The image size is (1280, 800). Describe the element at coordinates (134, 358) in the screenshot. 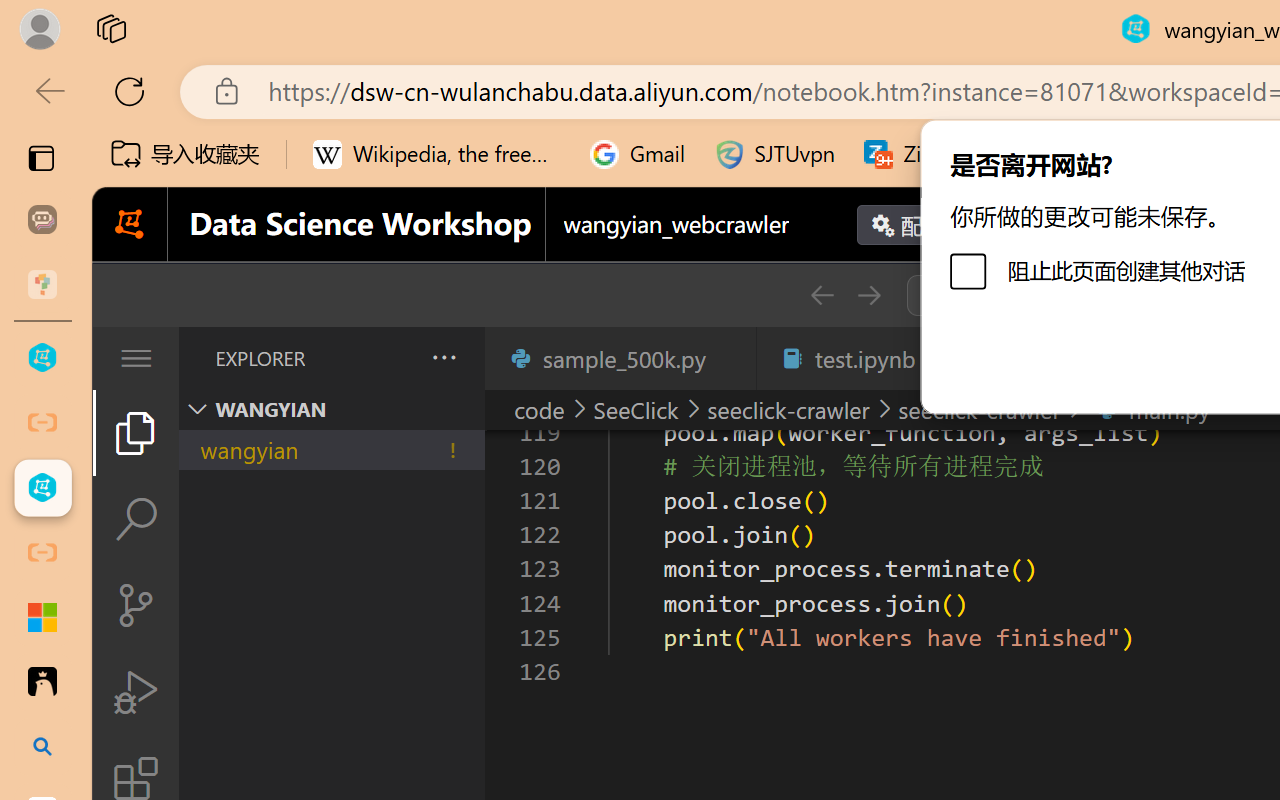

I see `'Class: menubar compact overflow-menu-only'` at that location.